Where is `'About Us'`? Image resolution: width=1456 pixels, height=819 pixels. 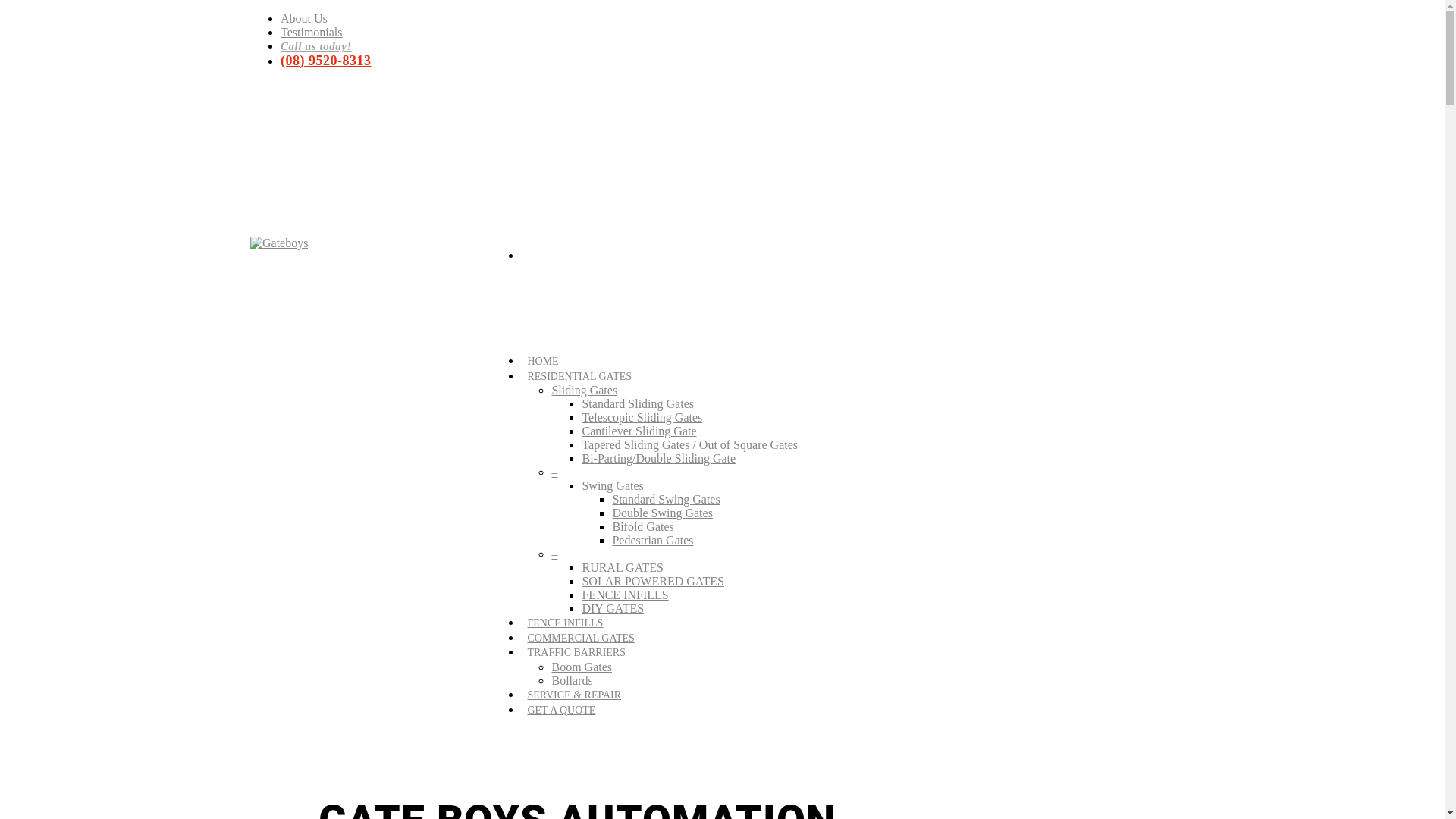
'About Us' is located at coordinates (280, 18).